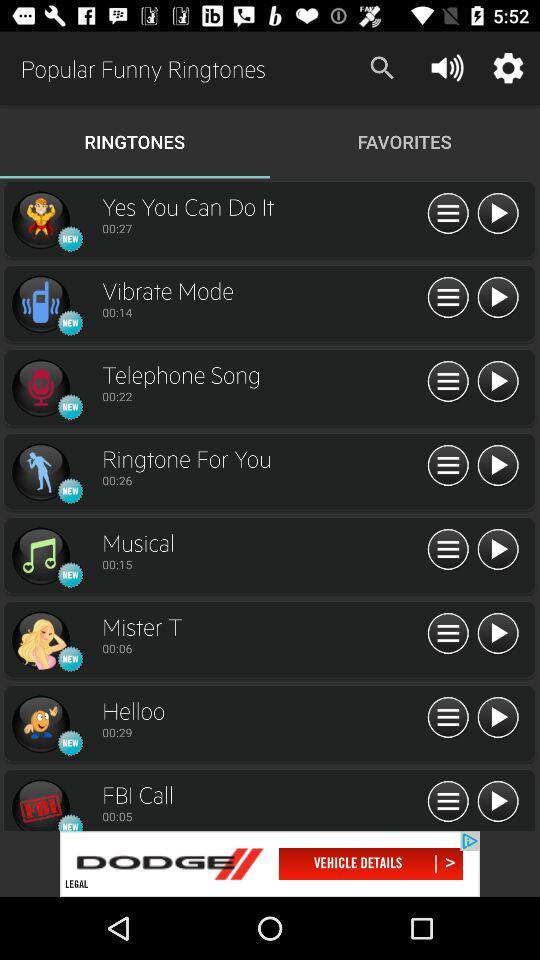 The width and height of the screenshot is (540, 960). I want to click on play, so click(496, 633).